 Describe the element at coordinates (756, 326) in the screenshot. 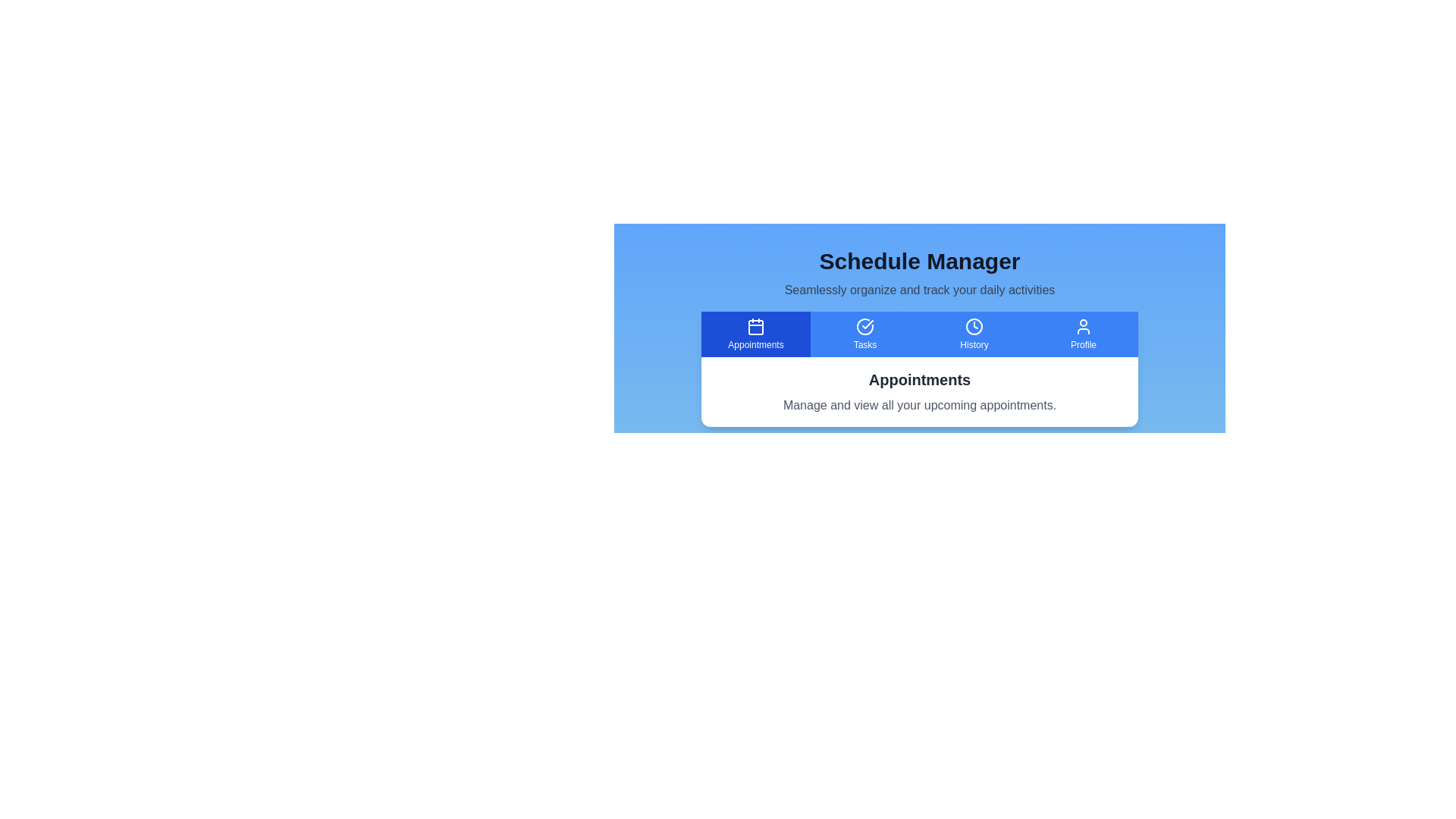

I see `the calendar icon located within the 'Appointments' button in the horizontal navigation bar, which features a square outline with rounded corners and two vertical markings at the top center, styled in white on a blue background` at that location.